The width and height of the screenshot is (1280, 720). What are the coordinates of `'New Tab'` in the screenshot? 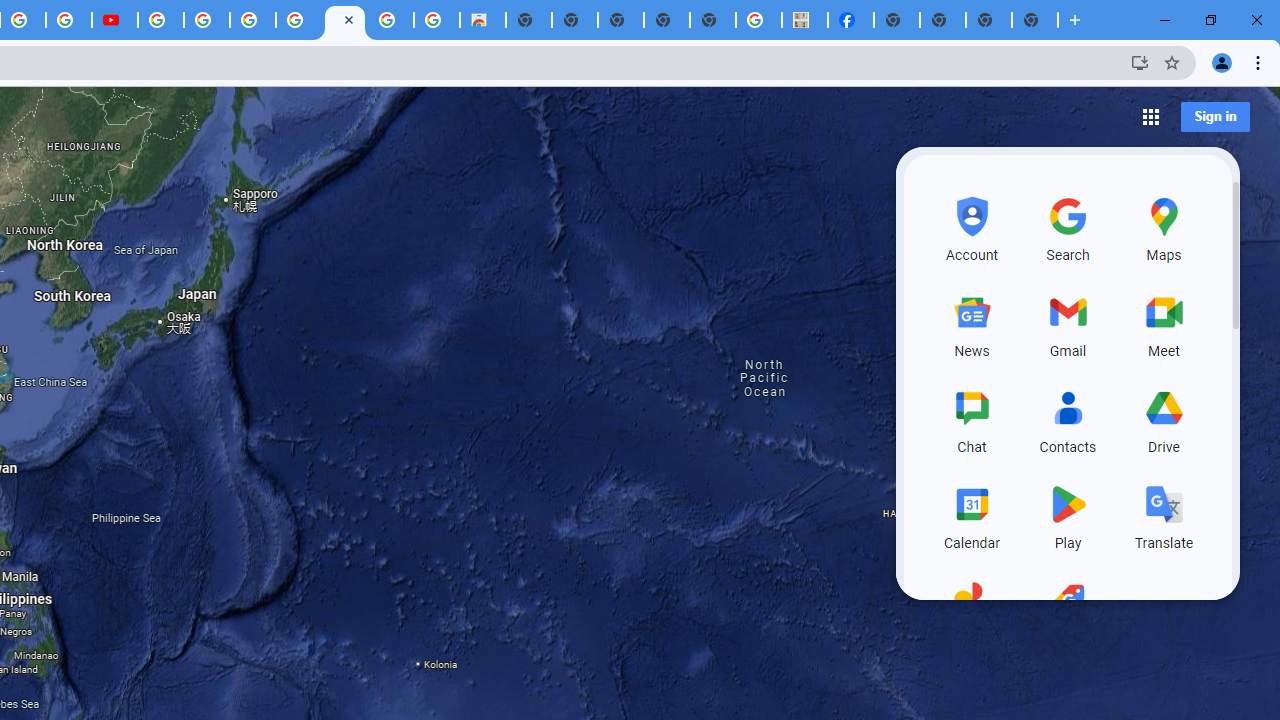 It's located at (1035, 20).